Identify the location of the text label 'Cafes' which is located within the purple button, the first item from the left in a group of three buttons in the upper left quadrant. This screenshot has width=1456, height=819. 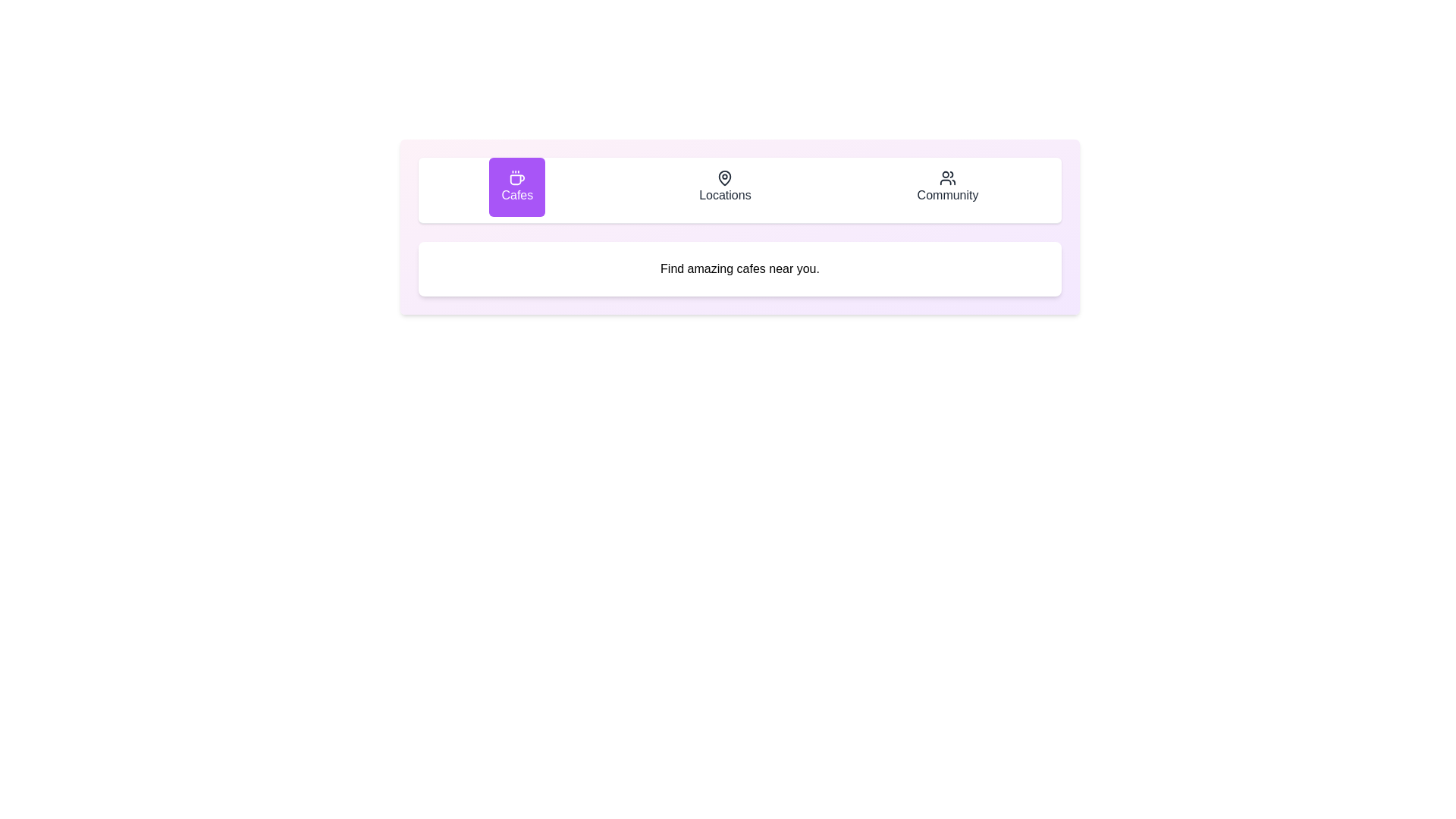
(517, 195).